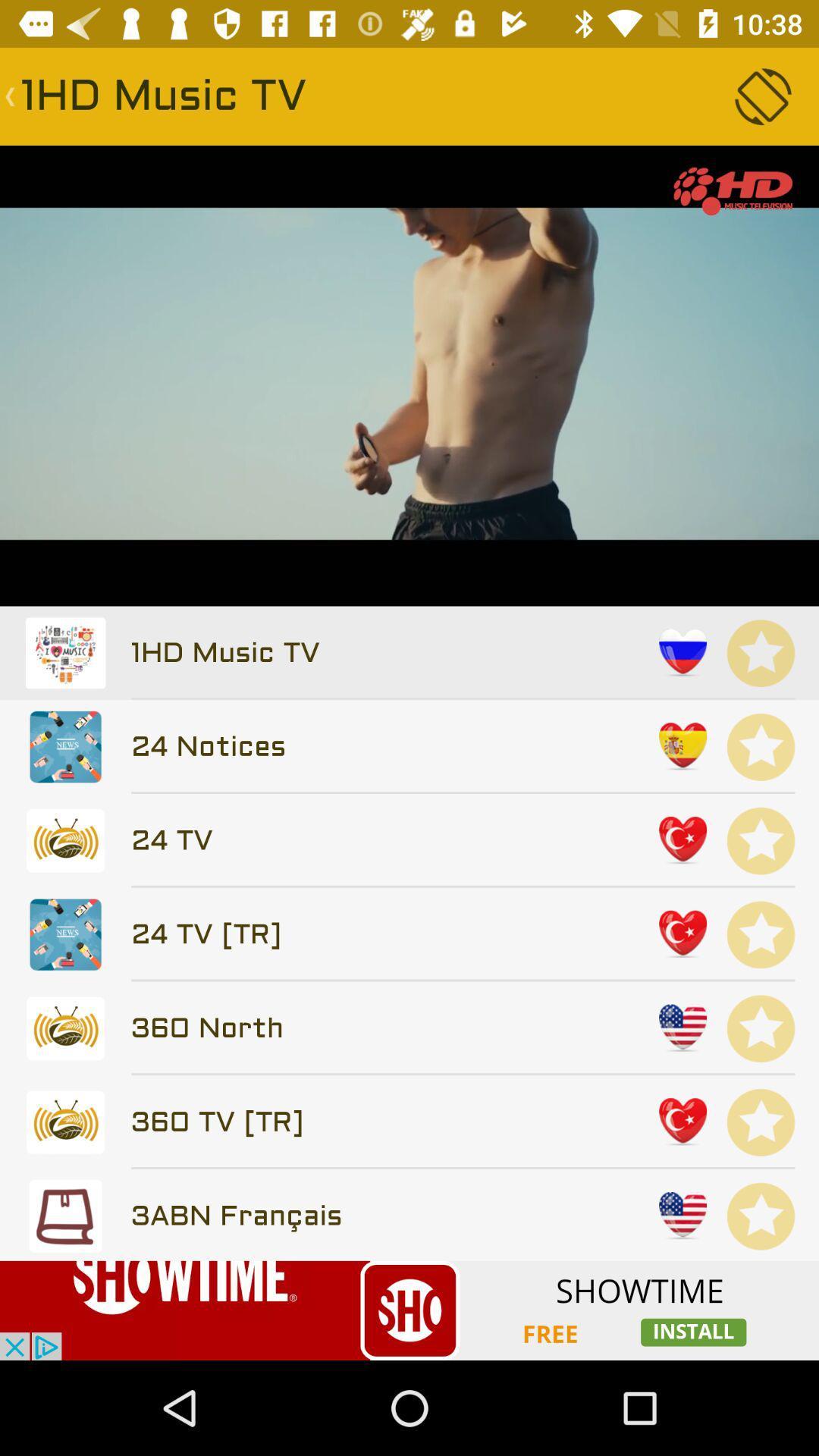 The image size is (819, 1456). I want to click on click advertisement, so click(409, 1310).